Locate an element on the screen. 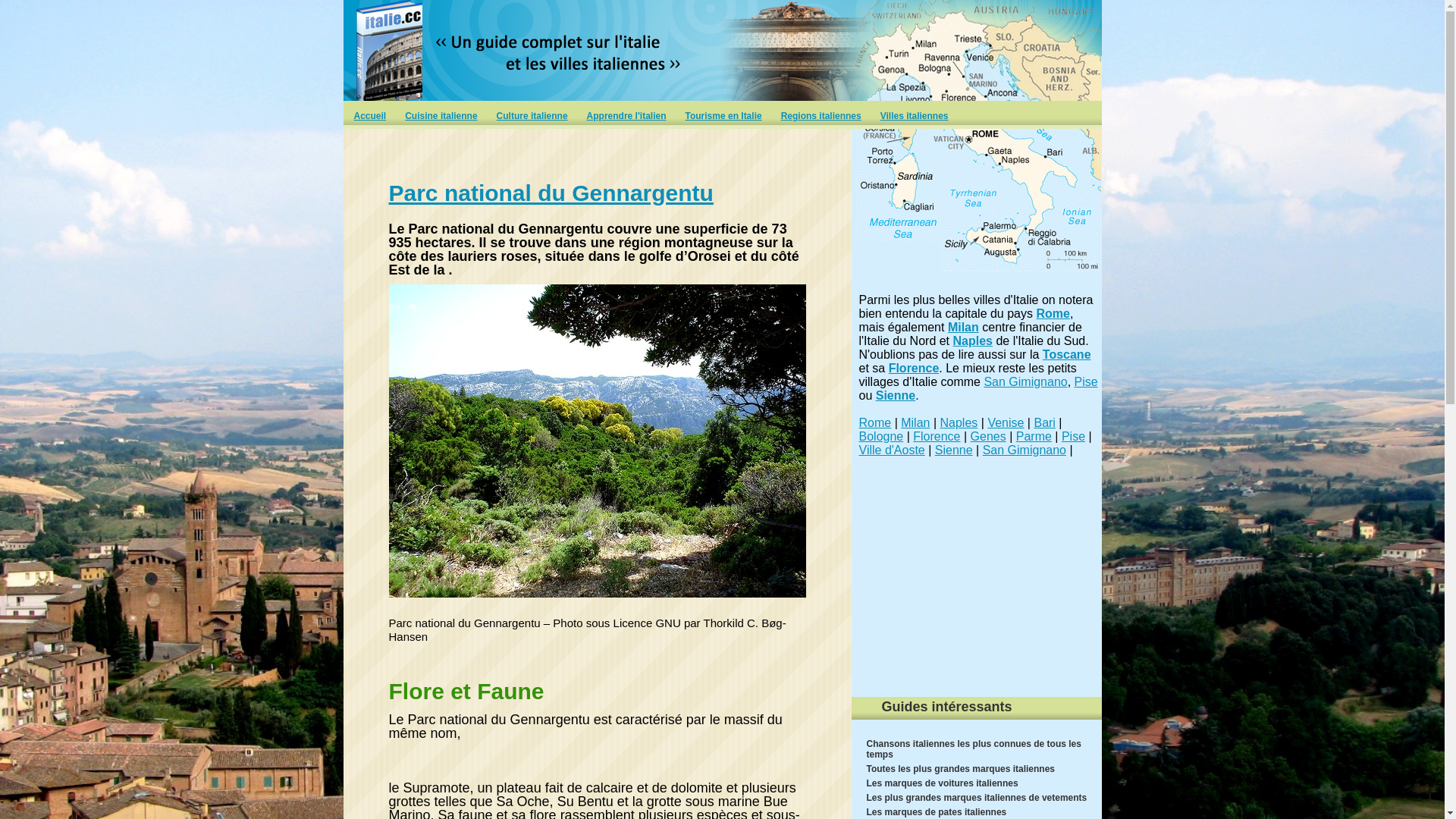 Image resolution: width=1456 pixels, height=819 pixels. 'Tourisme en Italie' is located at coordinates (723, 116).